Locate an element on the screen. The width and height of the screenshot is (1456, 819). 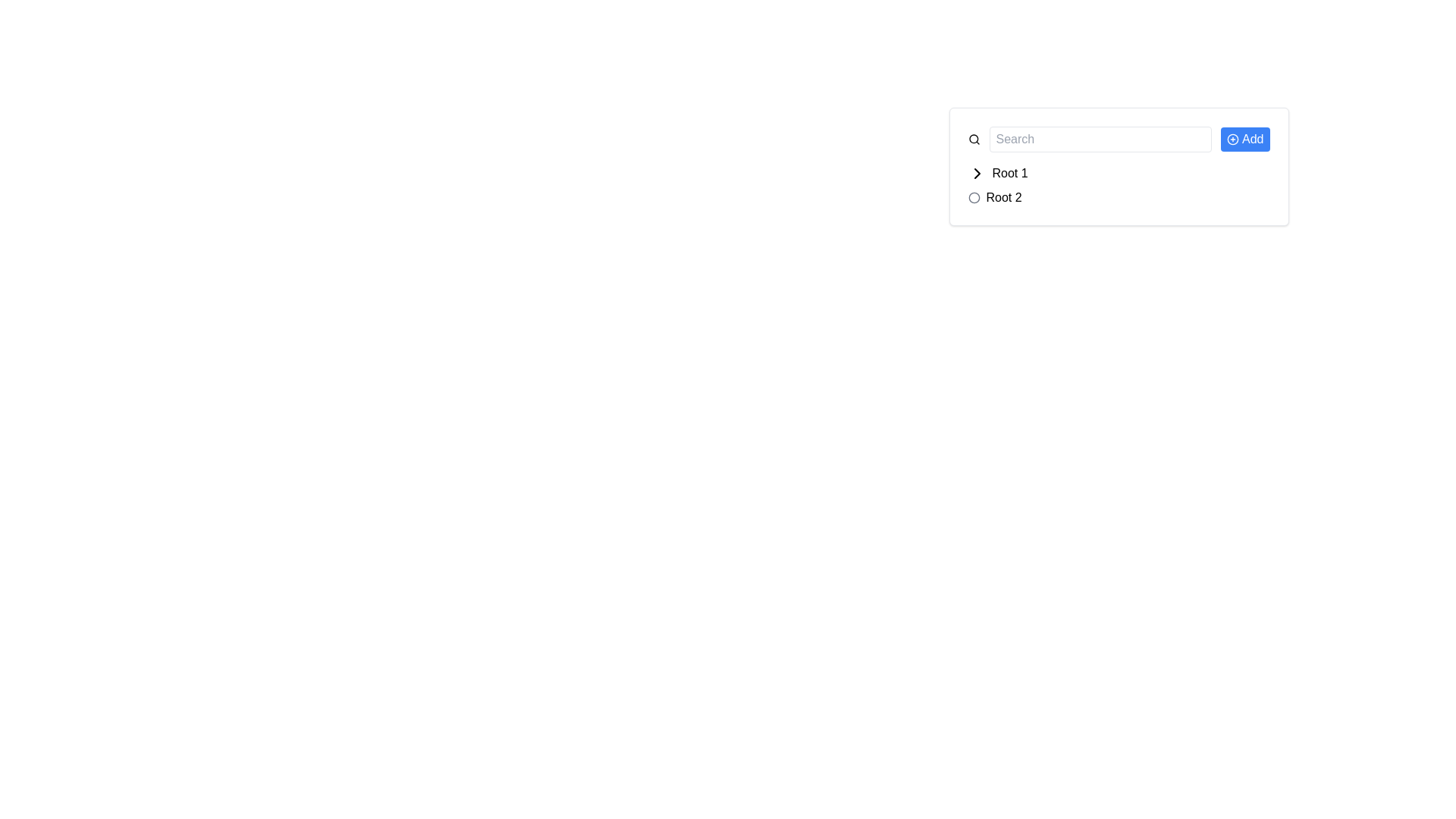
the blue 'Add' button with rounded corners and a plus sign icon on the far right of the horizontal toolbar is located at coordinates (1245, 140).